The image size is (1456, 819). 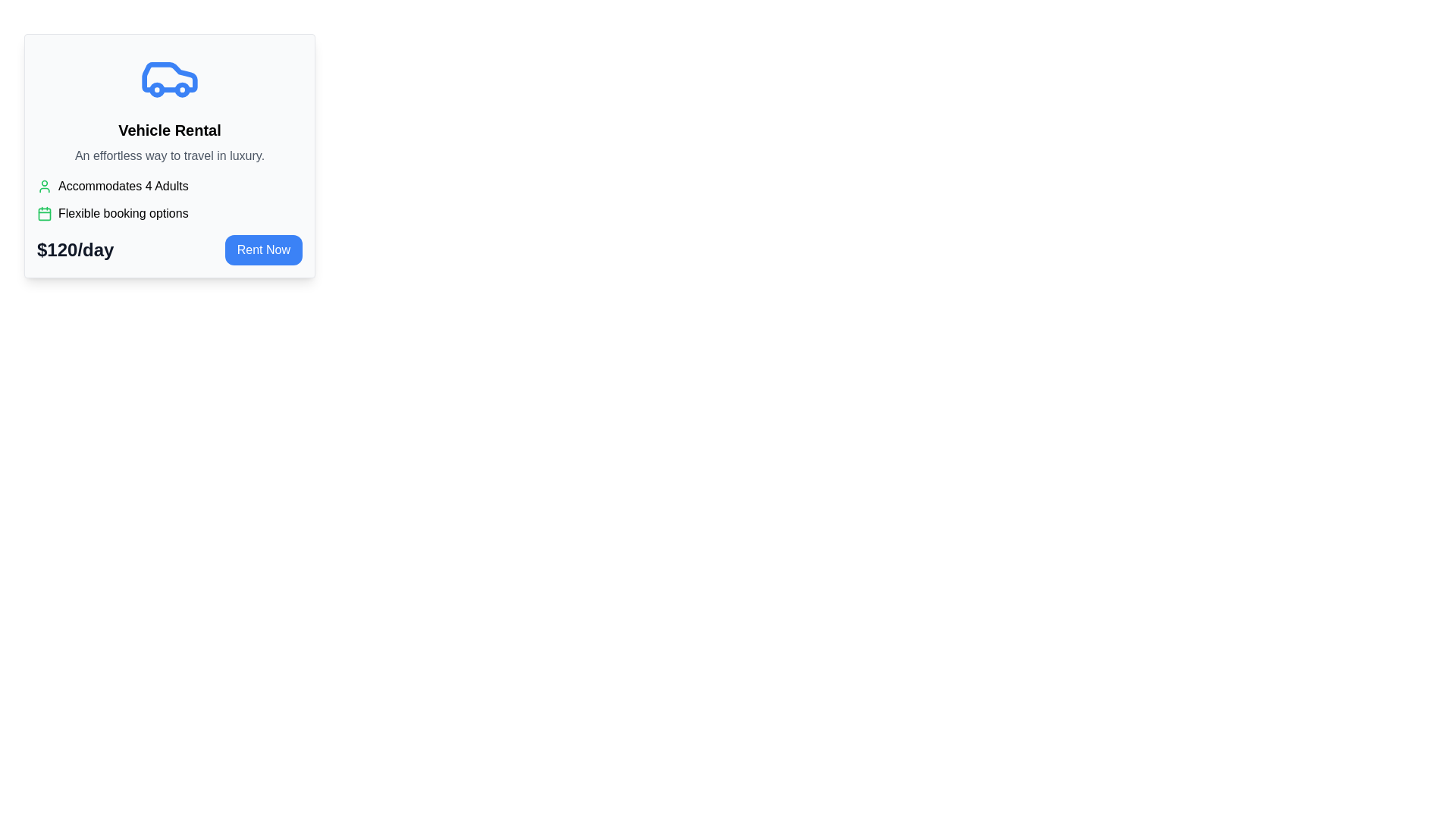 What do you see at coordinates (263, 249) in the screenshot?
I see `the blue rectangular 'Rent Now' button with rounded edges` at bounding box center [263, 249].